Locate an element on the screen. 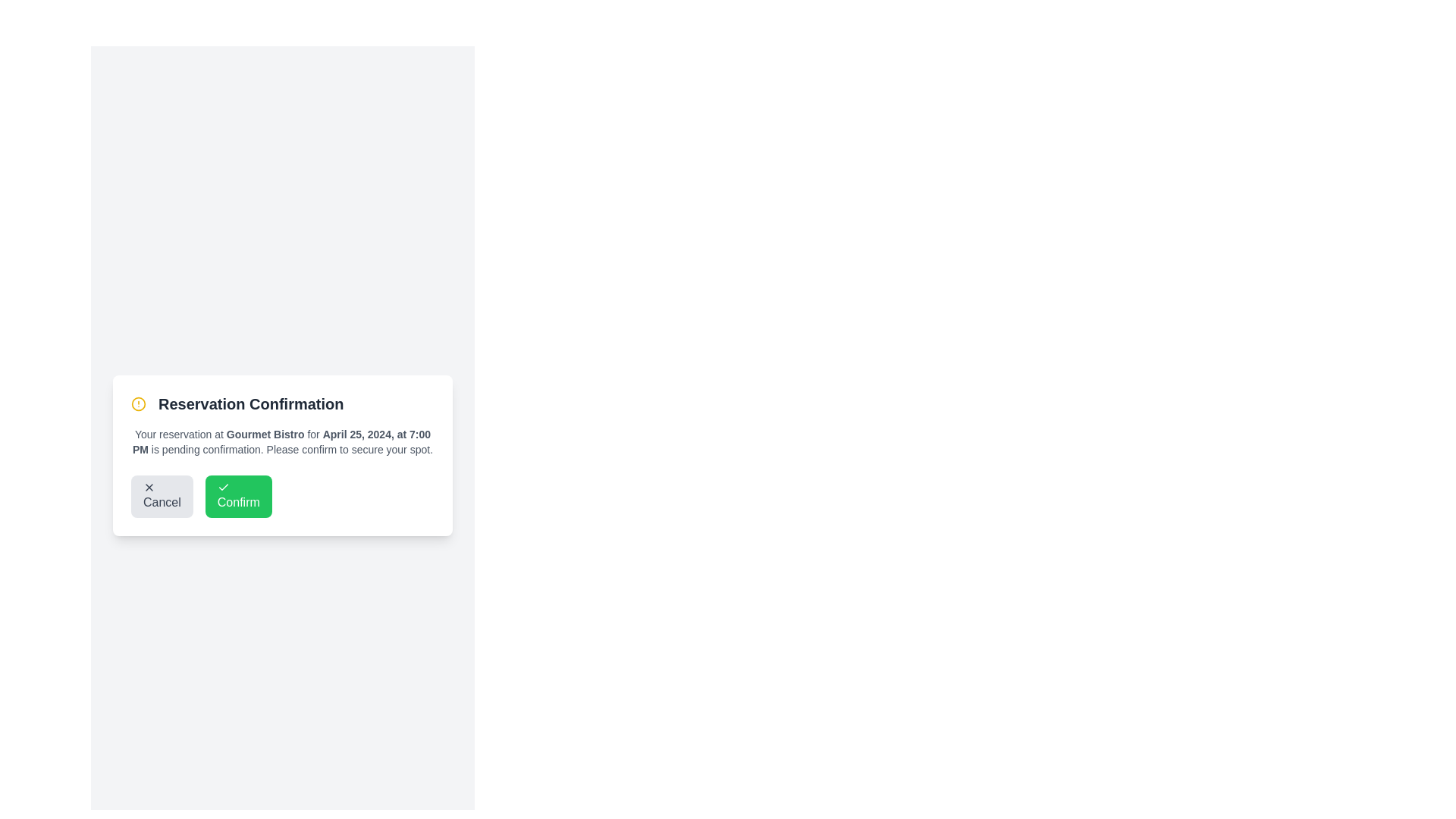 The height and width of the screenshot is (819, 1456). text 'Reservation Confirmation' from the Header element, which is prominently displayed in bold, large, dark gray or black font with a yellow warning icon to its left is located at coordinates (283, 403).